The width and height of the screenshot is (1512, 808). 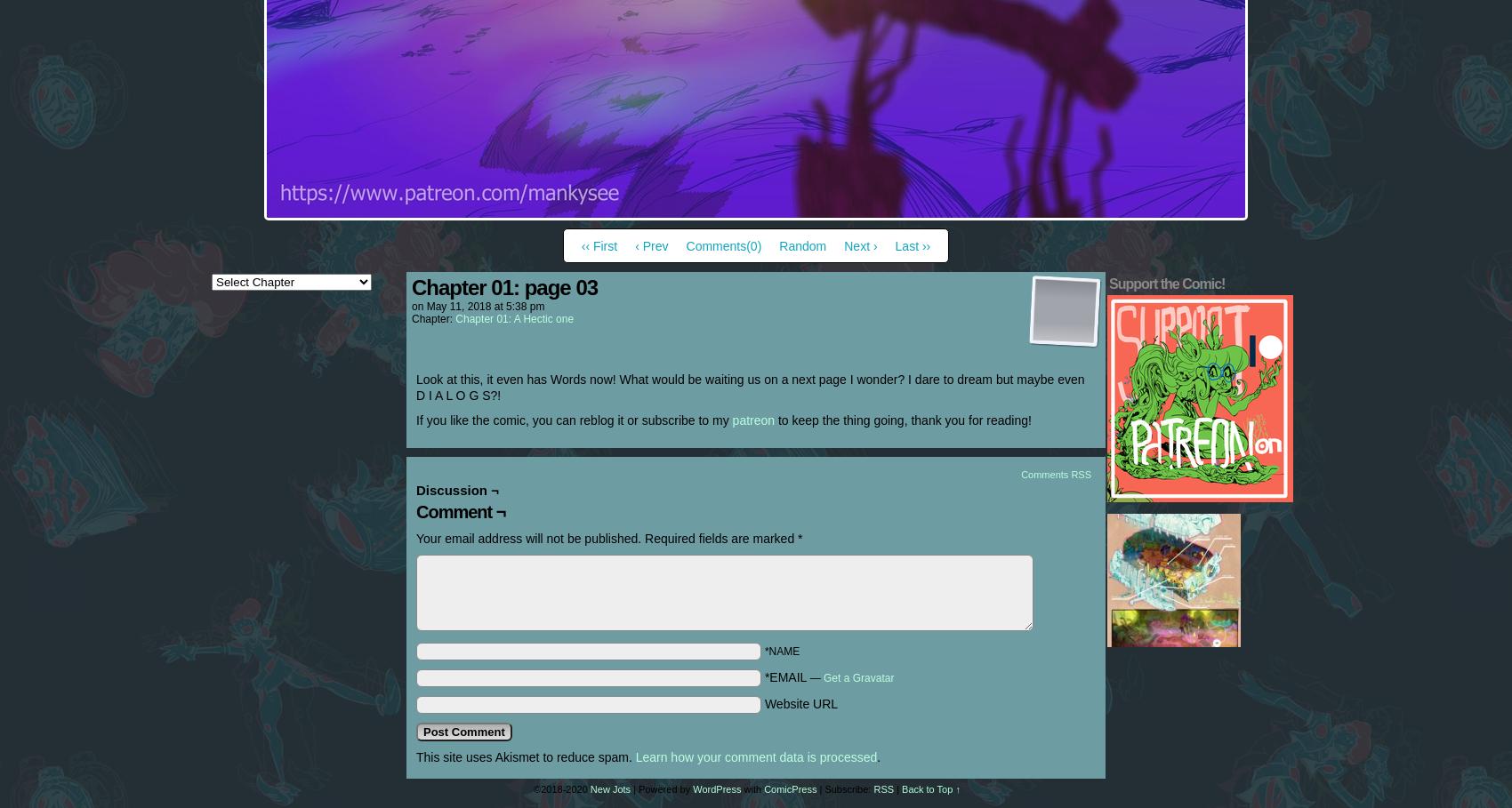 What do you see at coordinates (722, 245) in the screenshot?
I see `'Comments(0)'` at bounding box center [722, 245].